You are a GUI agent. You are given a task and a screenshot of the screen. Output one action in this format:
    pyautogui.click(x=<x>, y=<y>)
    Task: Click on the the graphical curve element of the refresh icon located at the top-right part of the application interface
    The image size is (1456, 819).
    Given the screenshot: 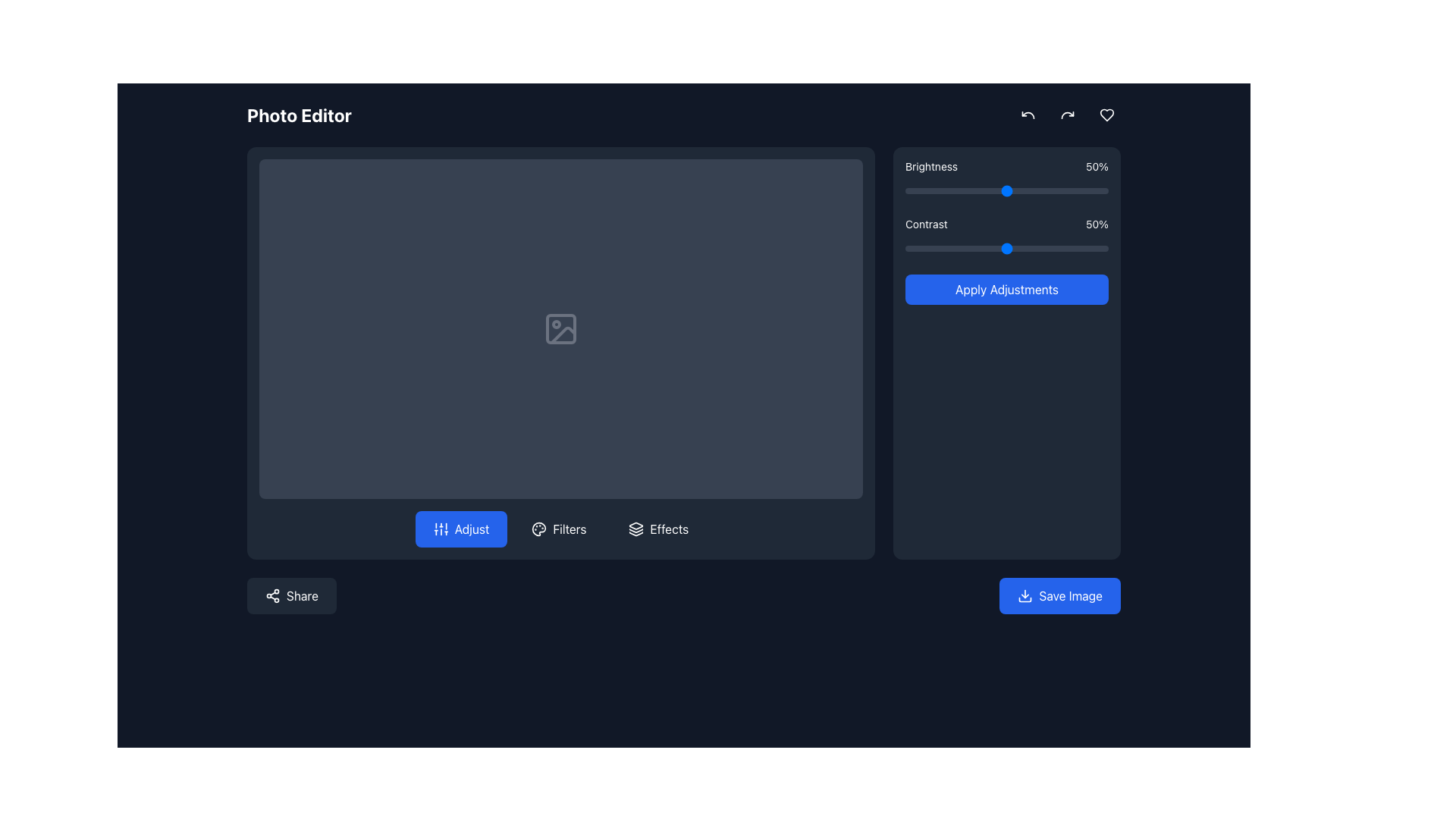 What is the action you would take?
    pyautogui.click(x=1066, y=114)
    